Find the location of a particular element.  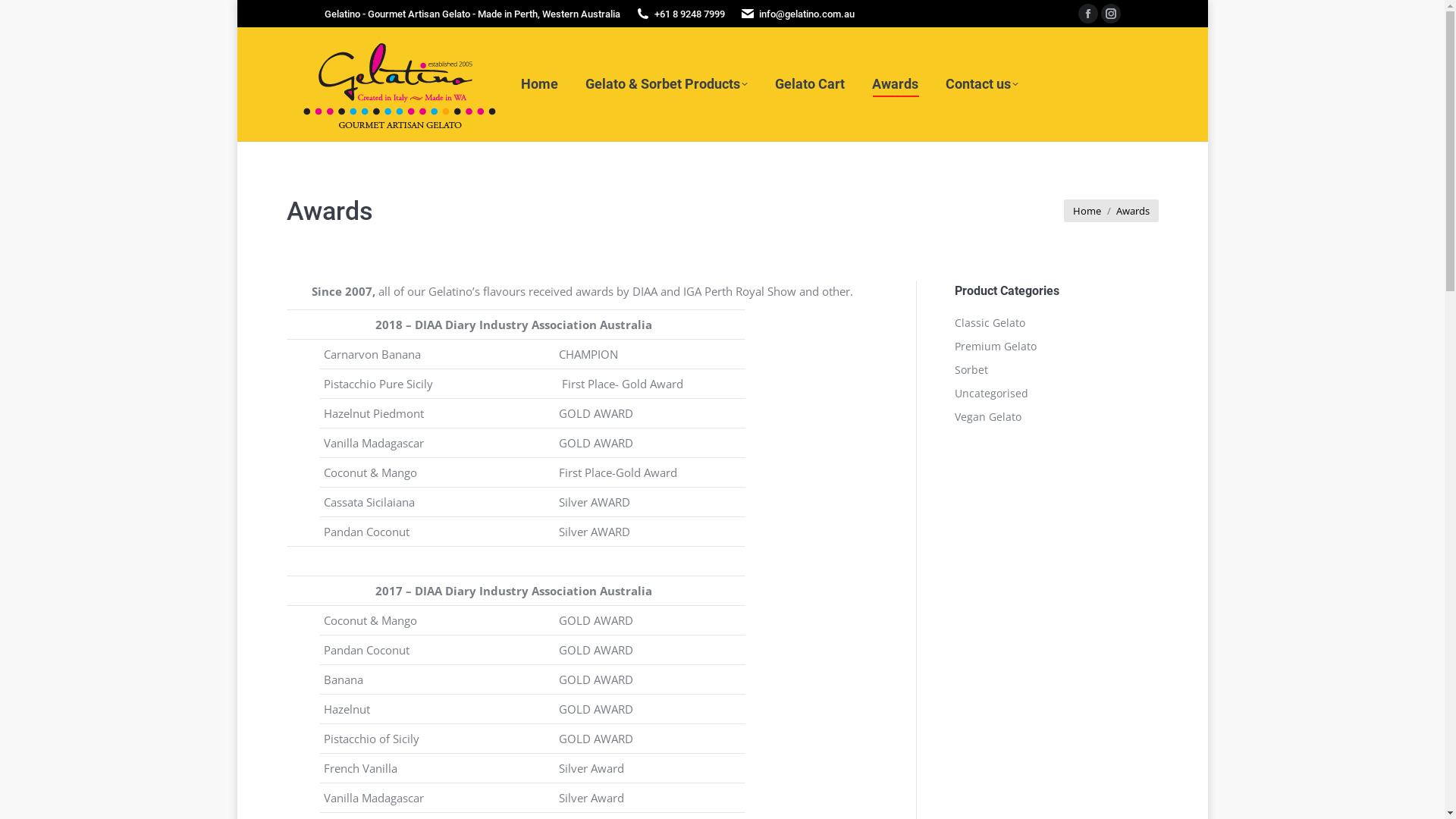

'Contact us' is located at coordinates (981, 84).